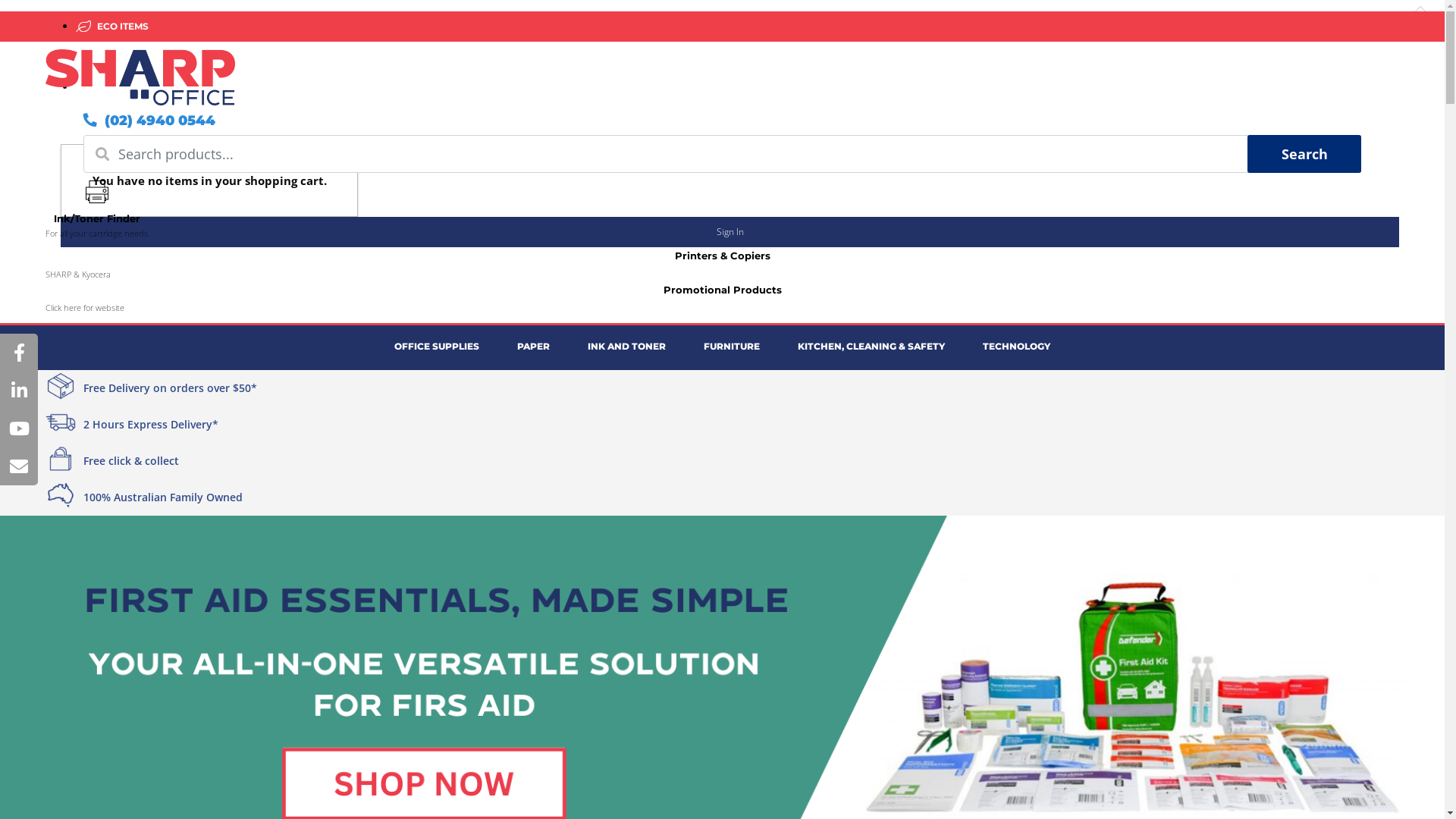 Image resolution: width=1456 pixels, height=819 pixels. What do you see at coordinates (1016, 346) in the screenshot?
I see `'TECHNOLOGY'` at bounding box center [1016, 346].